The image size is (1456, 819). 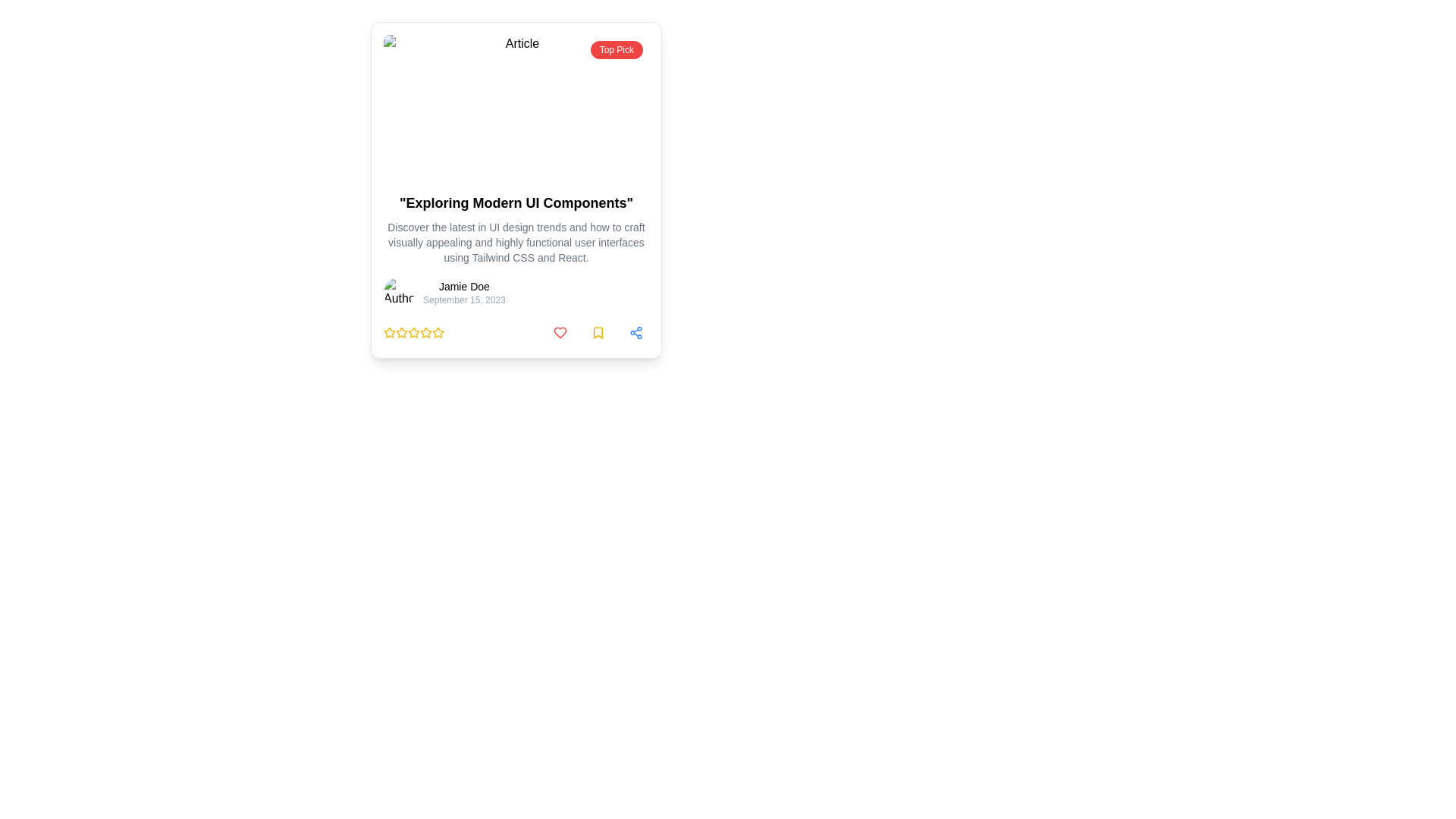 I want to click on the text block displaying 'Jamie Doe' and the date 'September 15, 2023', which is positioned to the right of the 'Author' avatar image, so click(x=463, y=292).